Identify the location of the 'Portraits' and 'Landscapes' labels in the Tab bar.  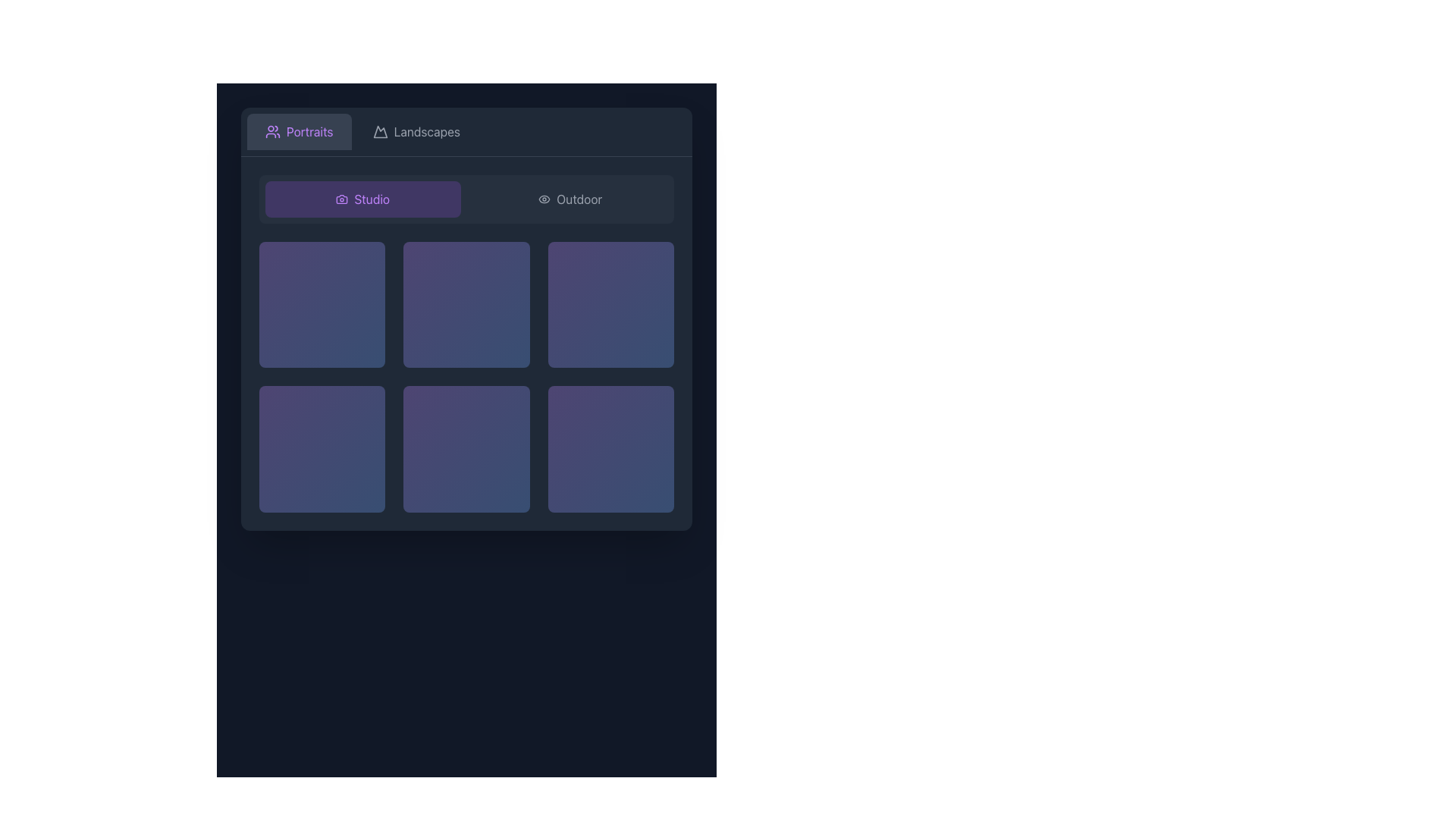
(466, 130).